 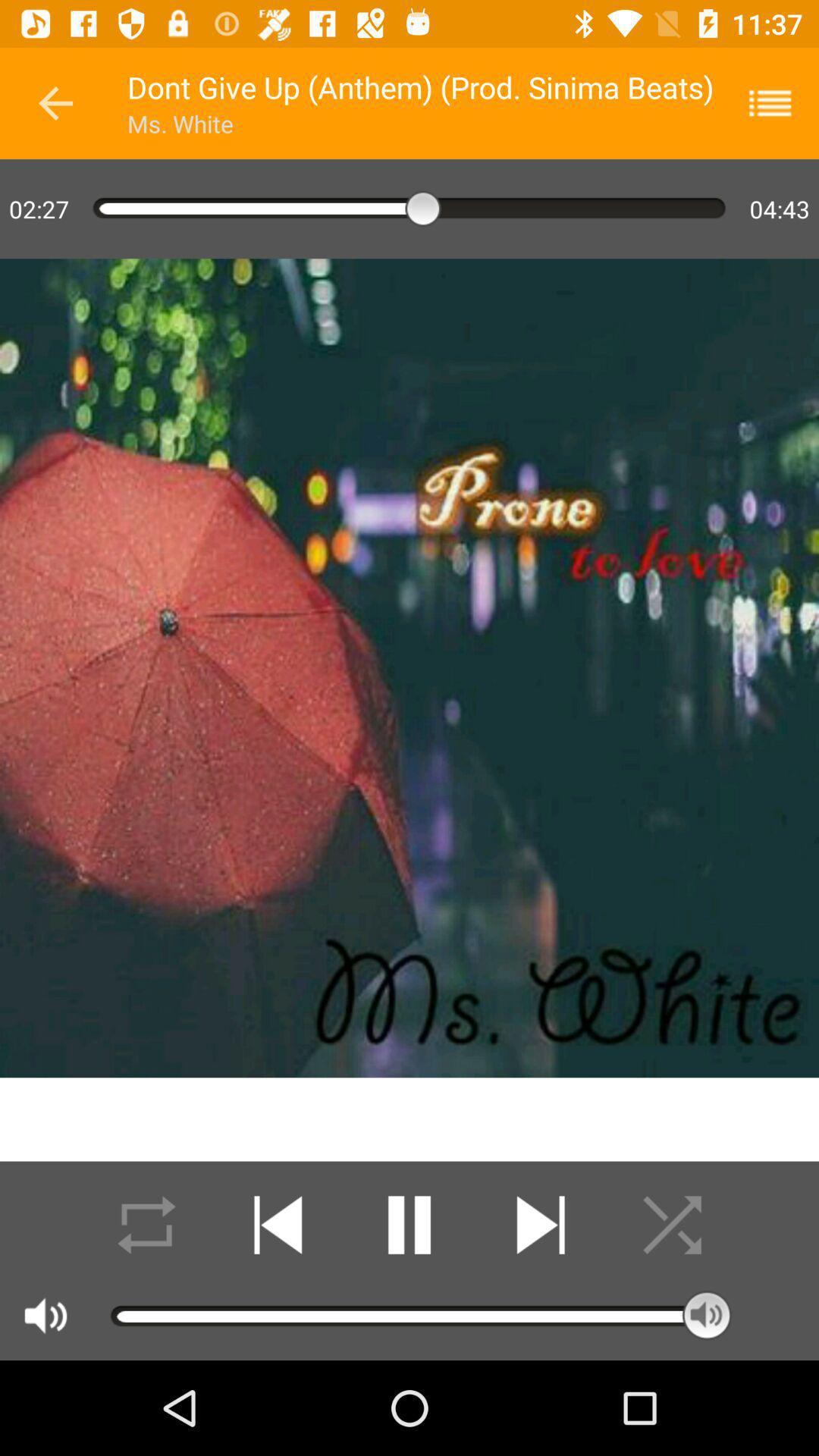 What do you see at coordinates (671, 1225) in the screenshot?
I see `randomize playlist` at bounding box center [671, 1225].